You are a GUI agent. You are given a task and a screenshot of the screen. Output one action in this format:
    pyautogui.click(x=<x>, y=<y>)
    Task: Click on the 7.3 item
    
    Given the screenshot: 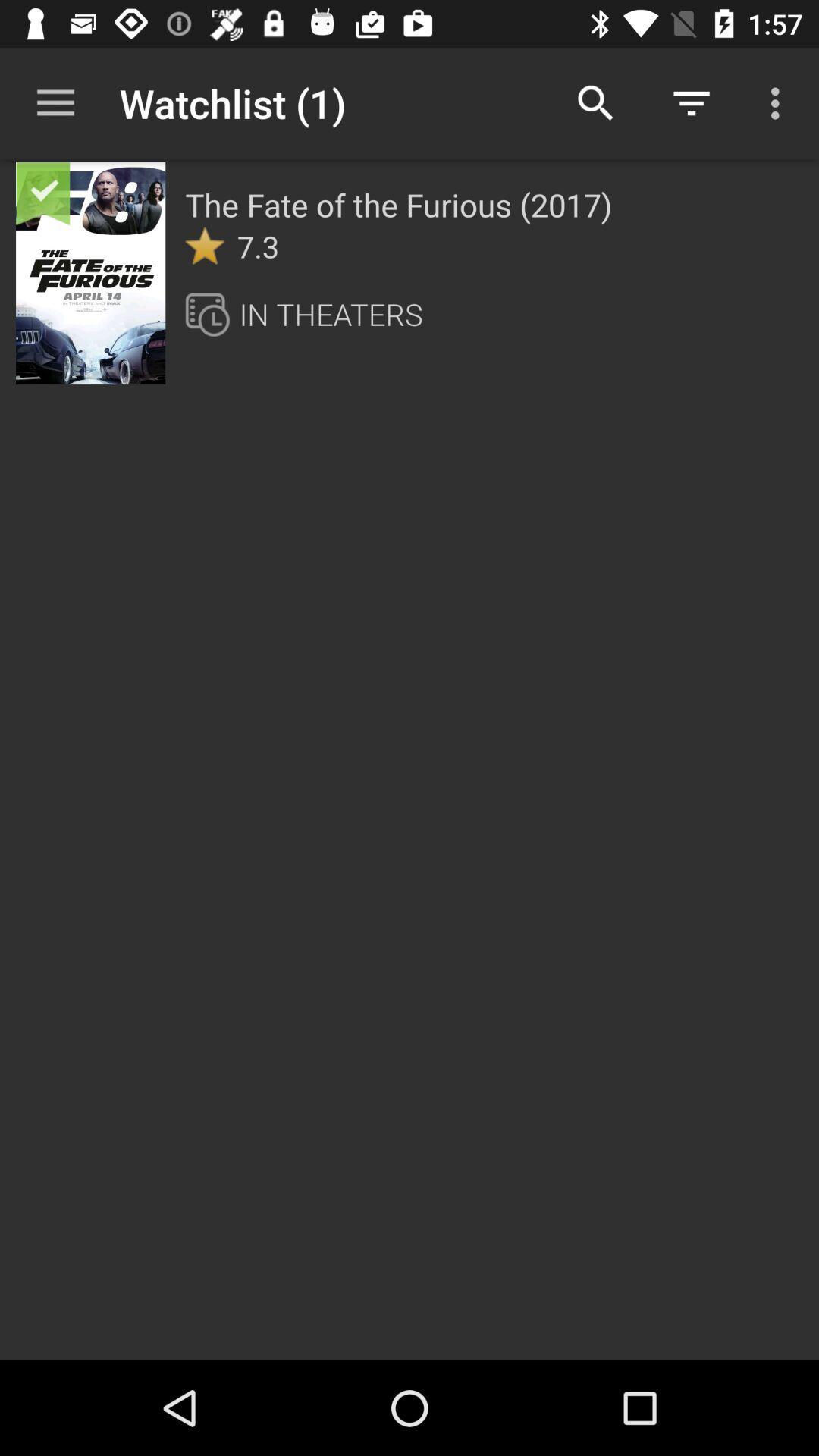 What is the action you would take?
    pyautogui.click(x=257, y=246)
    